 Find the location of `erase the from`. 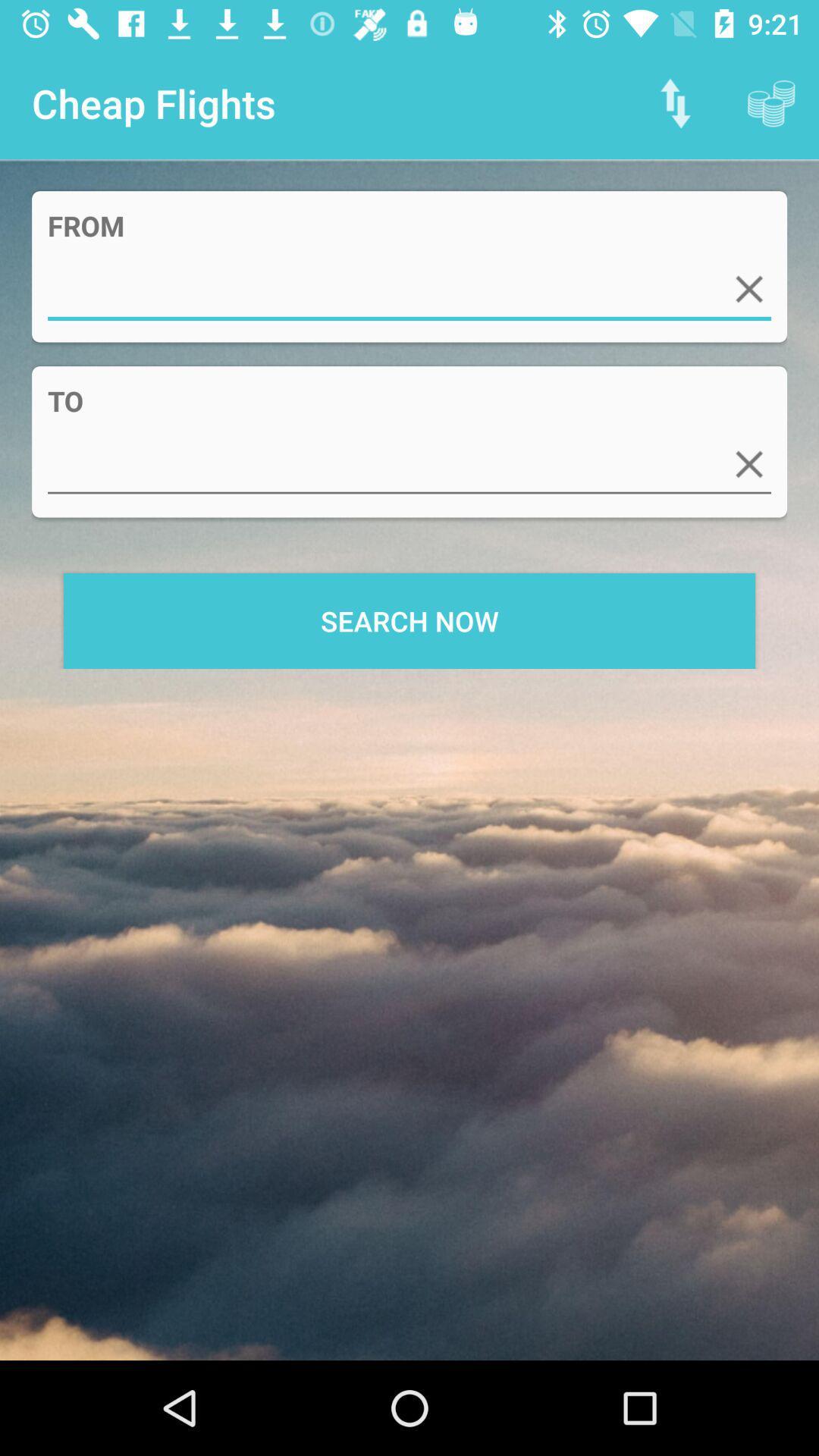

erase the from is located at coordinates (748, 289).